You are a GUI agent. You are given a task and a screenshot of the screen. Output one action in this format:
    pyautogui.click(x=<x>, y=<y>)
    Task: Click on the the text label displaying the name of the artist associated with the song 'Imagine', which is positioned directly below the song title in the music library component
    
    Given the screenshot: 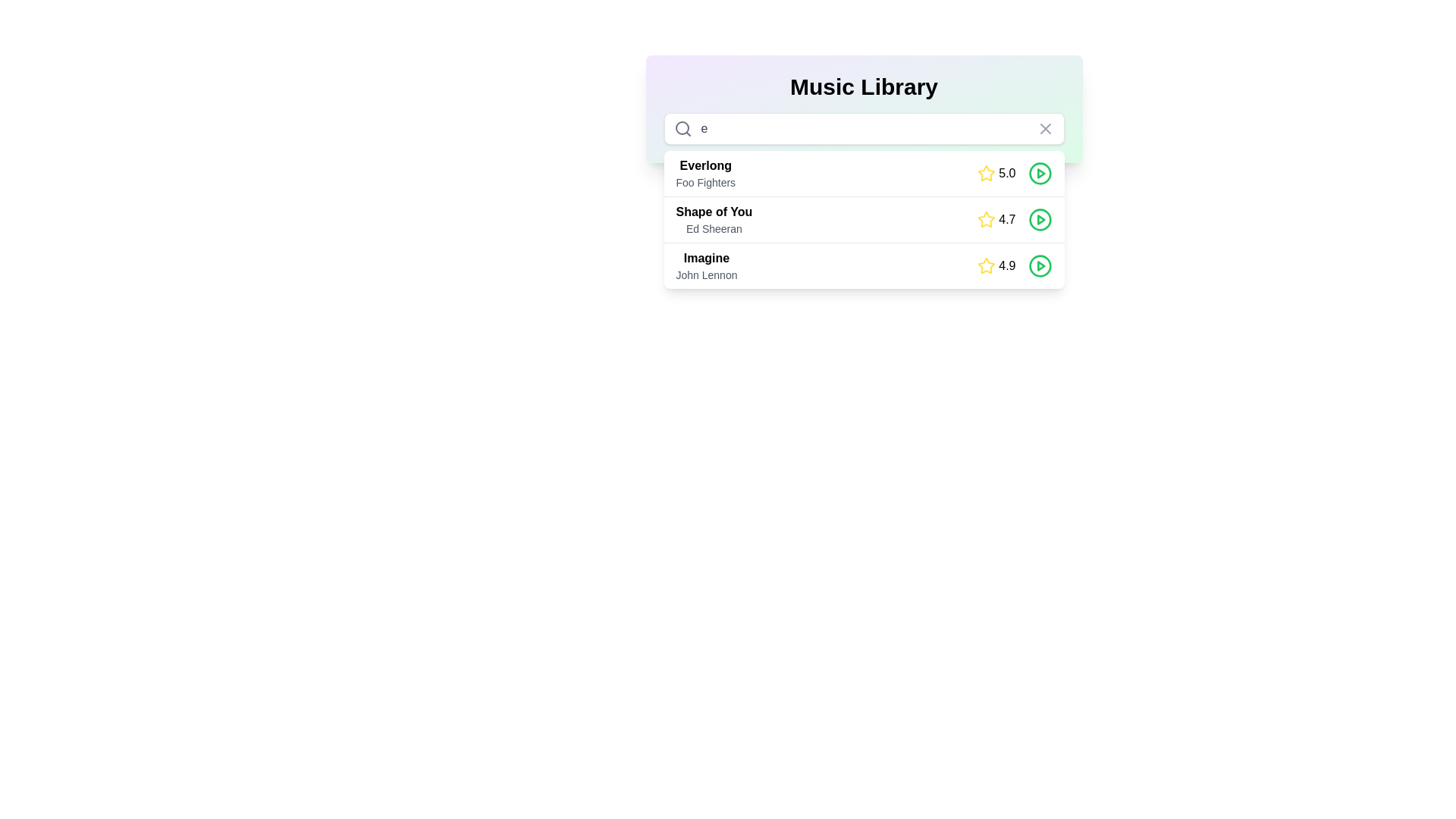 What is the action you would take?
    pyautogui.click(x=705, y=275)
    